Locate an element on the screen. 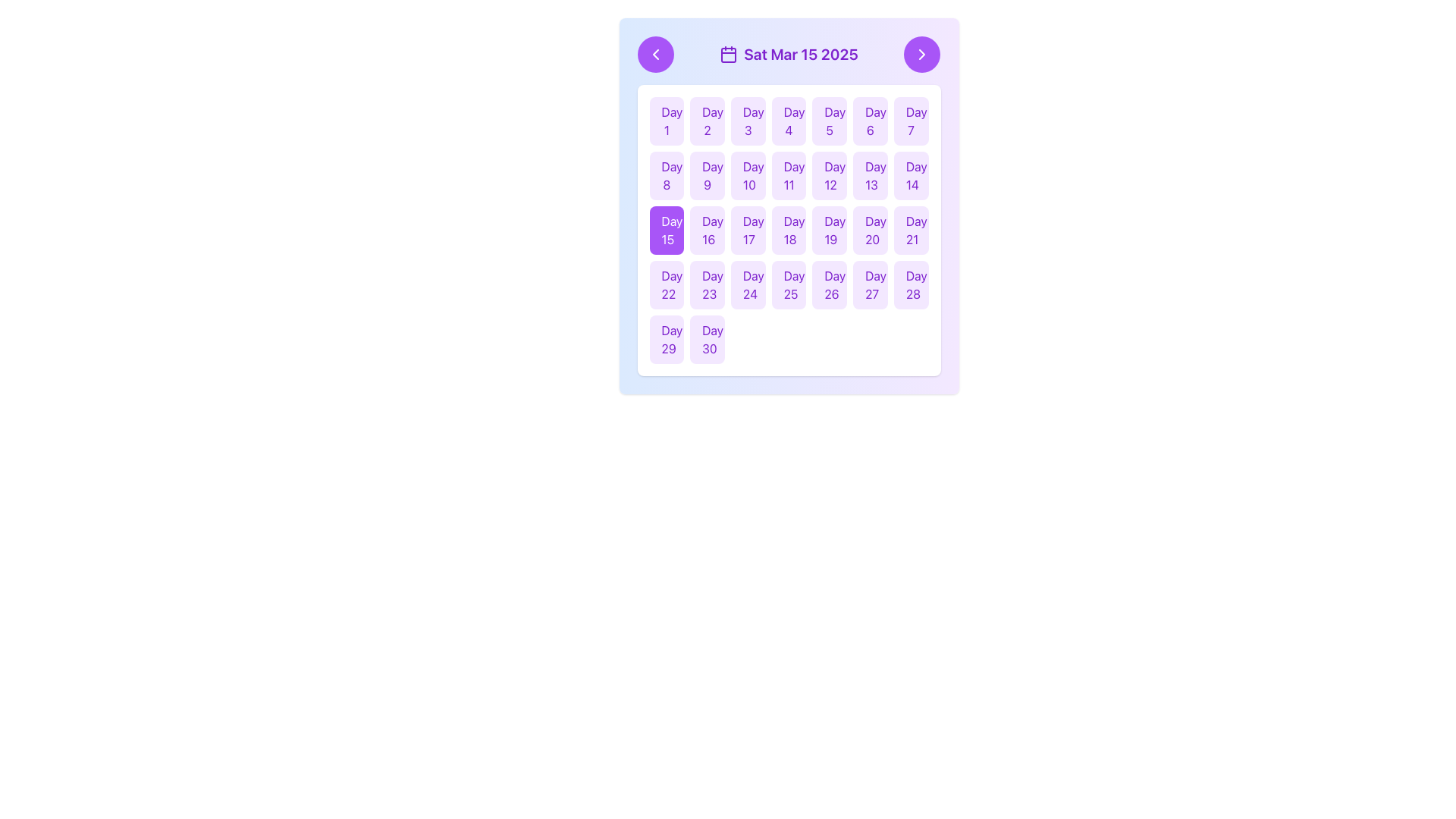 The width and height of the screenshot is (1456, 819). the rightward-pointing chevron arrow icon button located at the top-right corner of the calendar interface is located at coordinates (921, 54).